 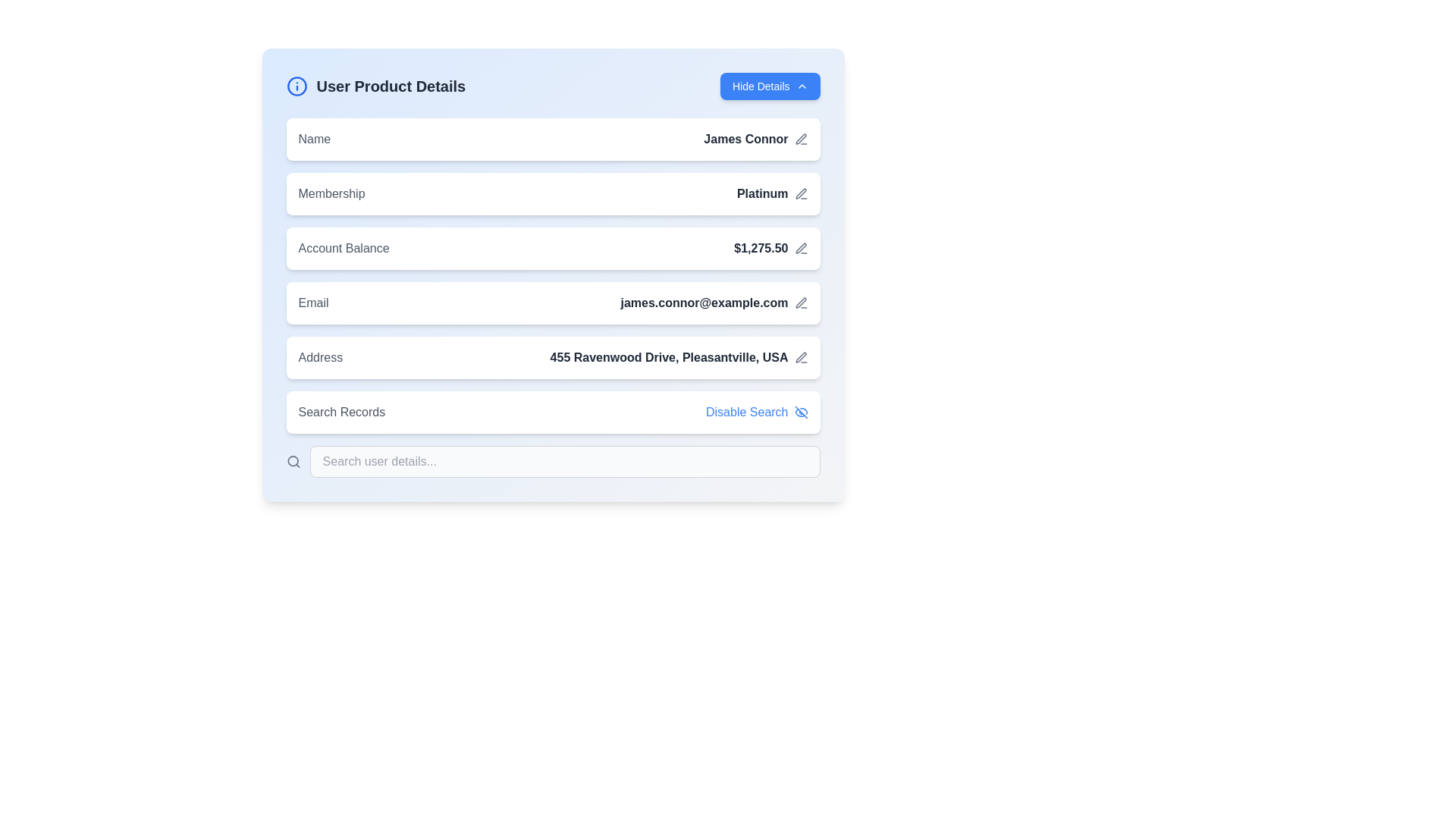 What do you see at coordinates (801, 86) in the screenshot?
I see `the chevron icon located to the right of the 'Hide Details' button` at bounding box center [801, 86].